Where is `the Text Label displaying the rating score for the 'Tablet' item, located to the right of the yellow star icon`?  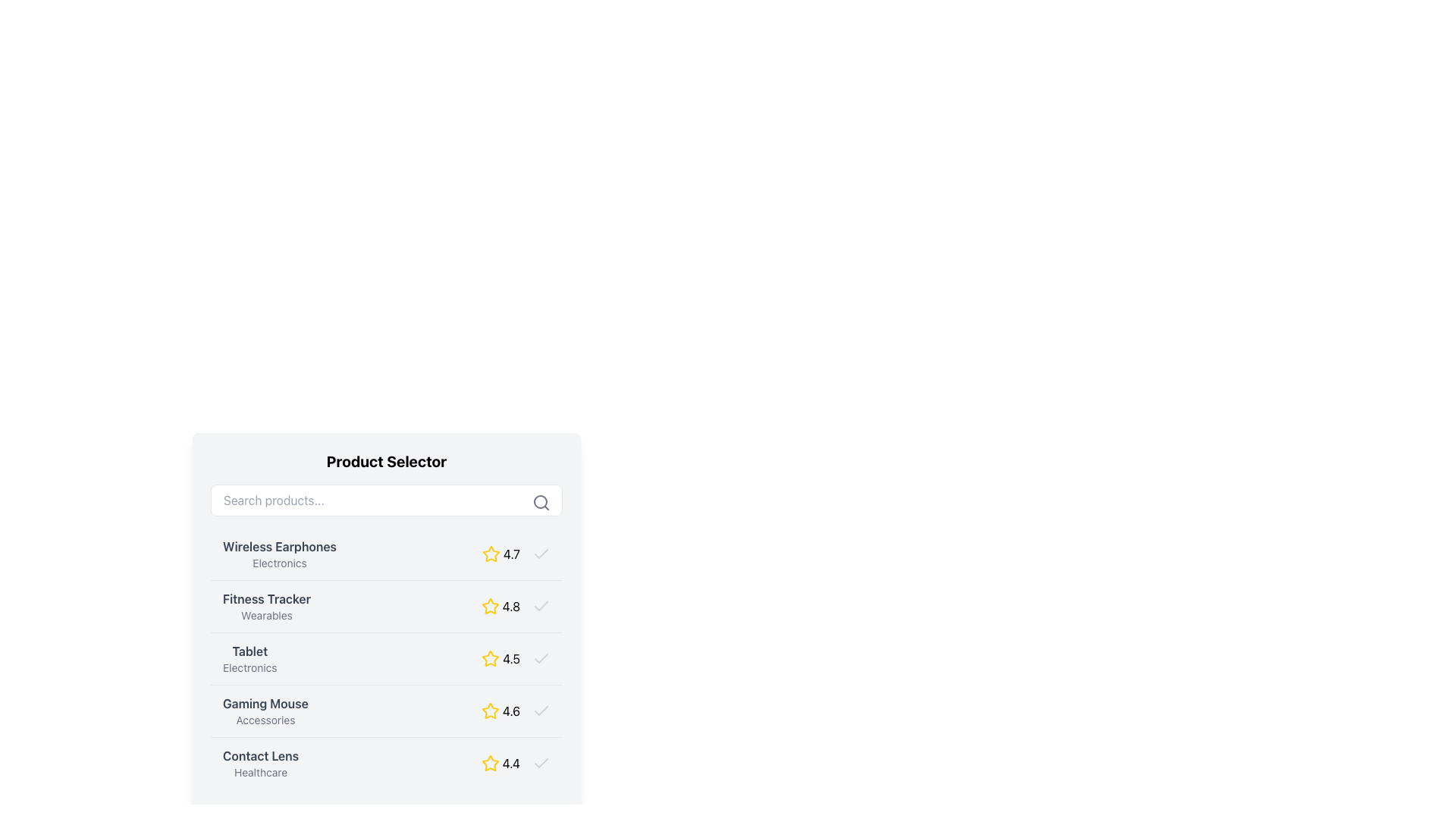
the Text Label displaying the rating score for the 'Tablet' item, located to the right of the yellow star icon is located at coordinates (511, 657).